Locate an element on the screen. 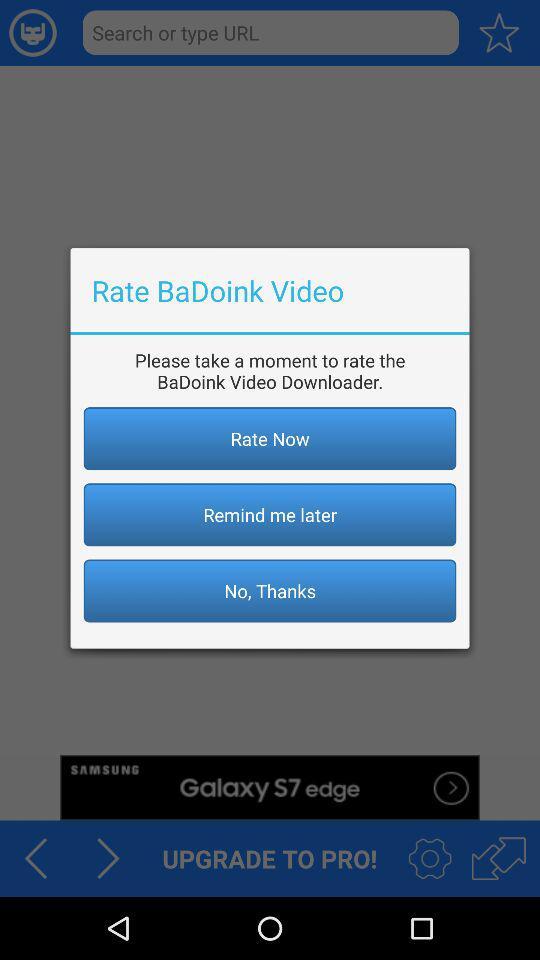  no, thanks icon is located at coordinates (270, 590).